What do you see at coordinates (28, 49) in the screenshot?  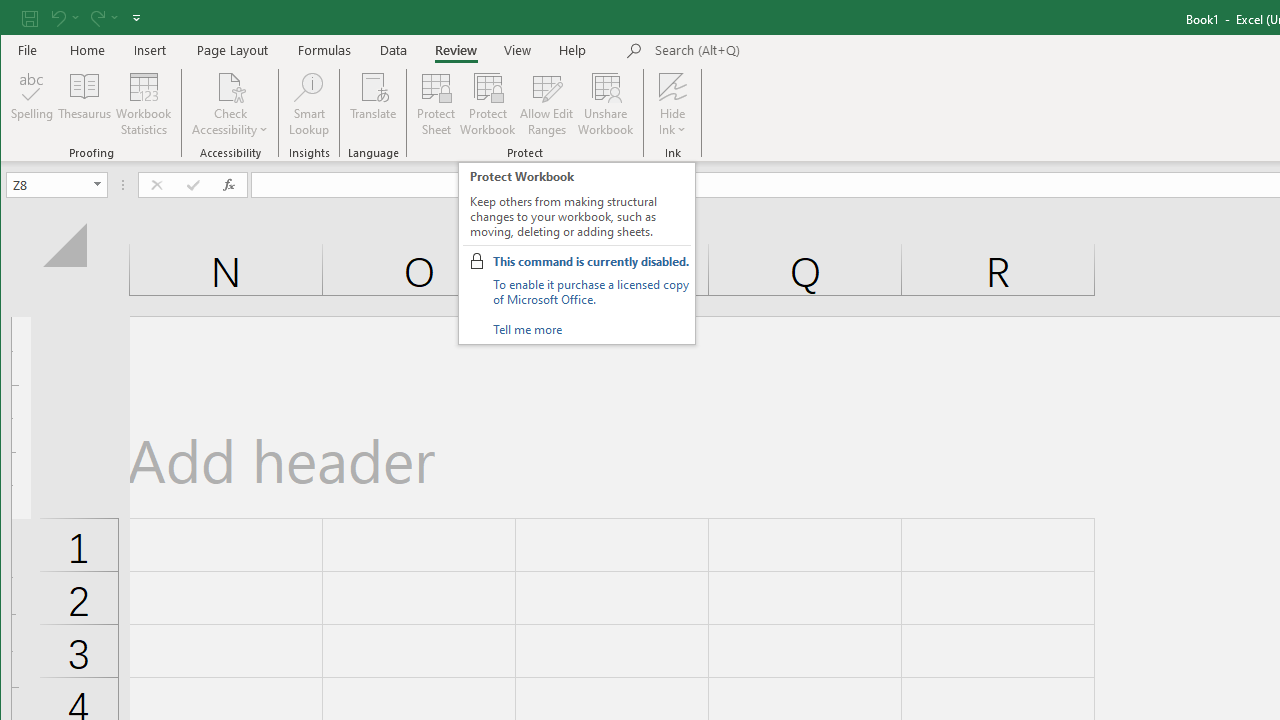 I see `'File Tab'` at bounding box center [28, 49].